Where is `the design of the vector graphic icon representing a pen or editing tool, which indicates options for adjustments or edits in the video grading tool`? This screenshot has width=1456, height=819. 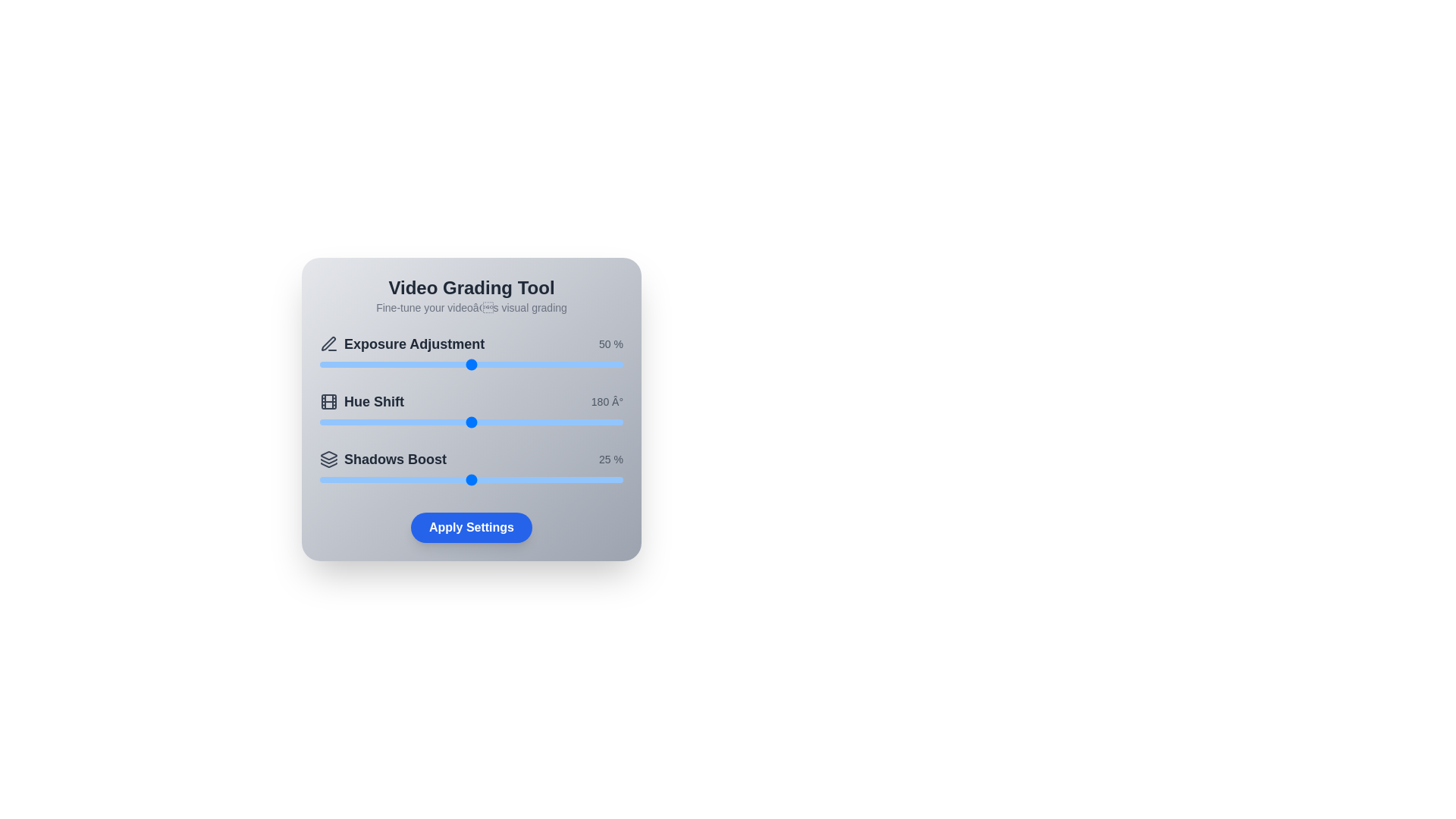 the design of the vector graphic icon representing a pen or editing tool, which indicates options for adjustments or edits in the video grading tool is located at coordinates (328, 344).